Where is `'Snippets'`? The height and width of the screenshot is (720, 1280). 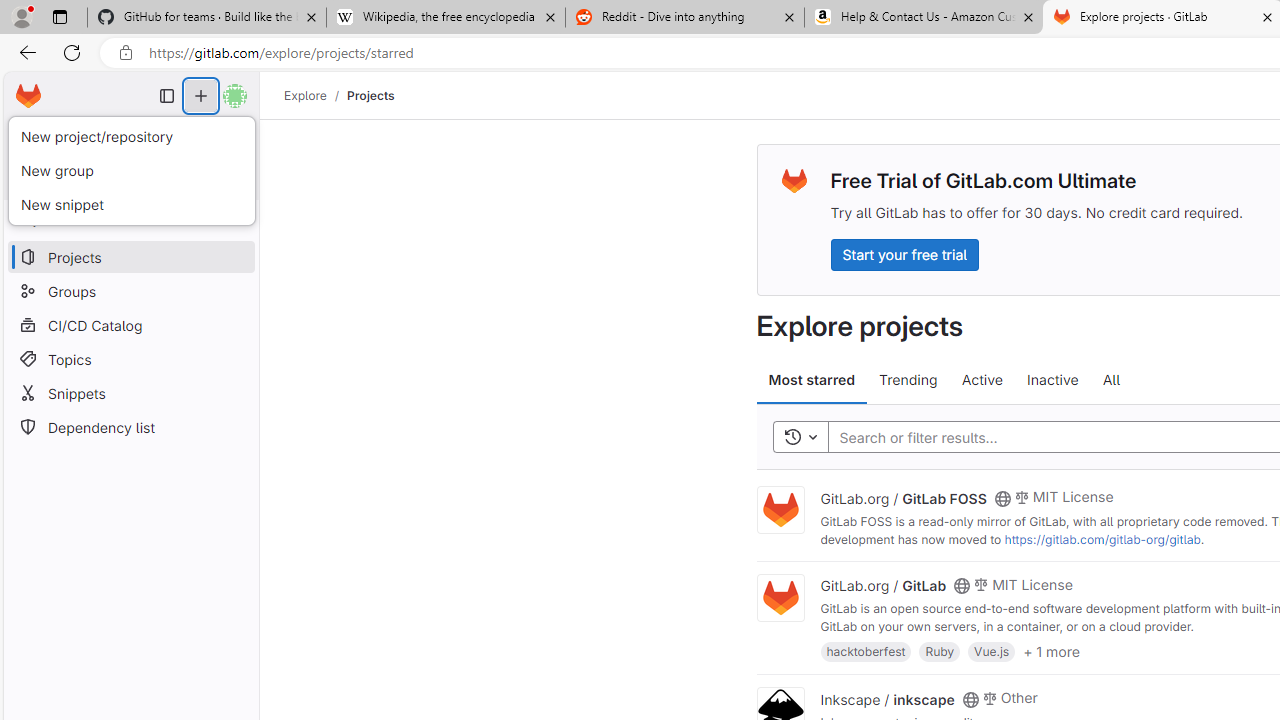 'Snippets' is located at coordinates (130, 393).